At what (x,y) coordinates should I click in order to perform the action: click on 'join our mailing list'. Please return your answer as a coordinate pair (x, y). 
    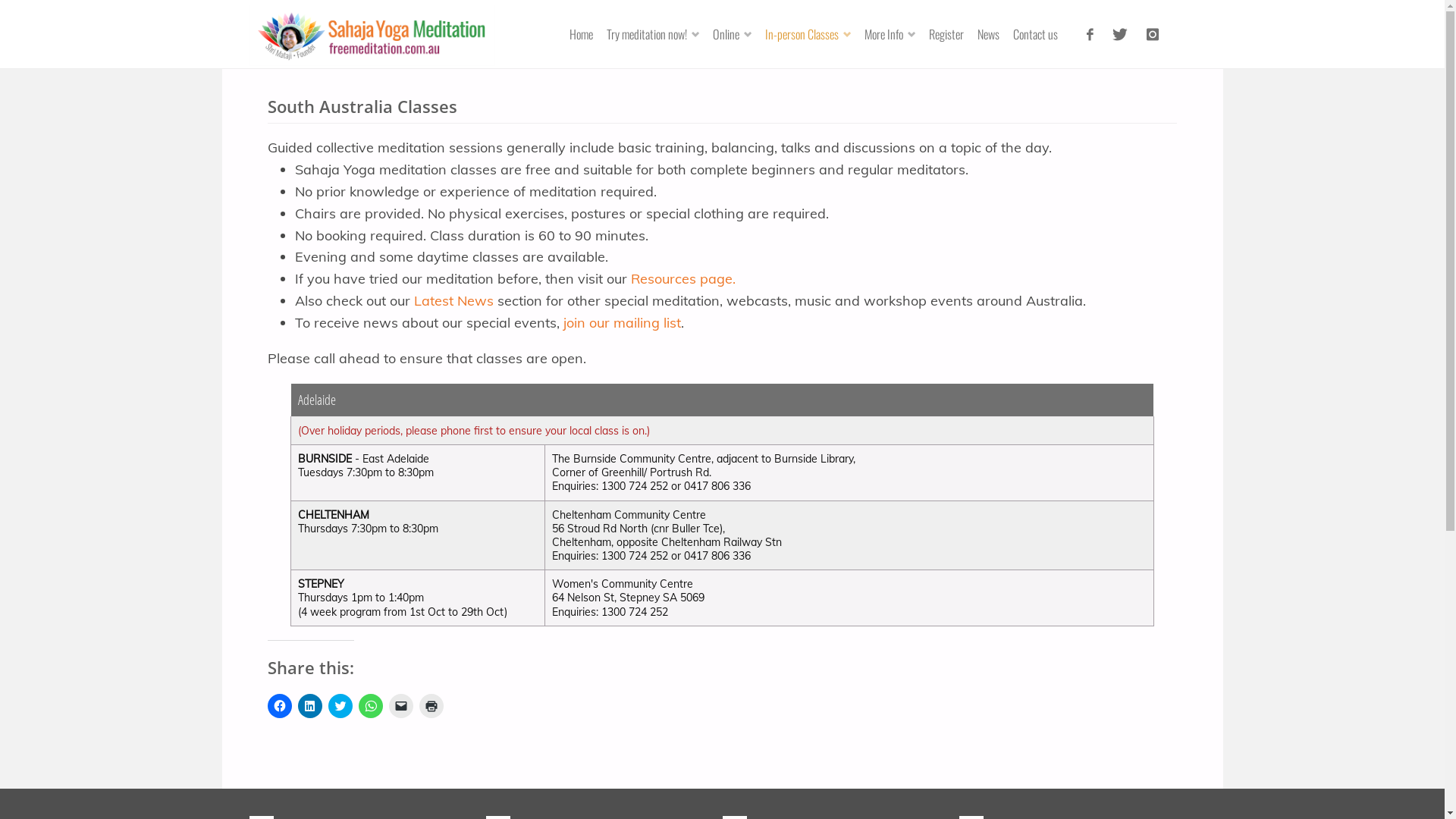
    Looking at the image, I should click on (622, 322).